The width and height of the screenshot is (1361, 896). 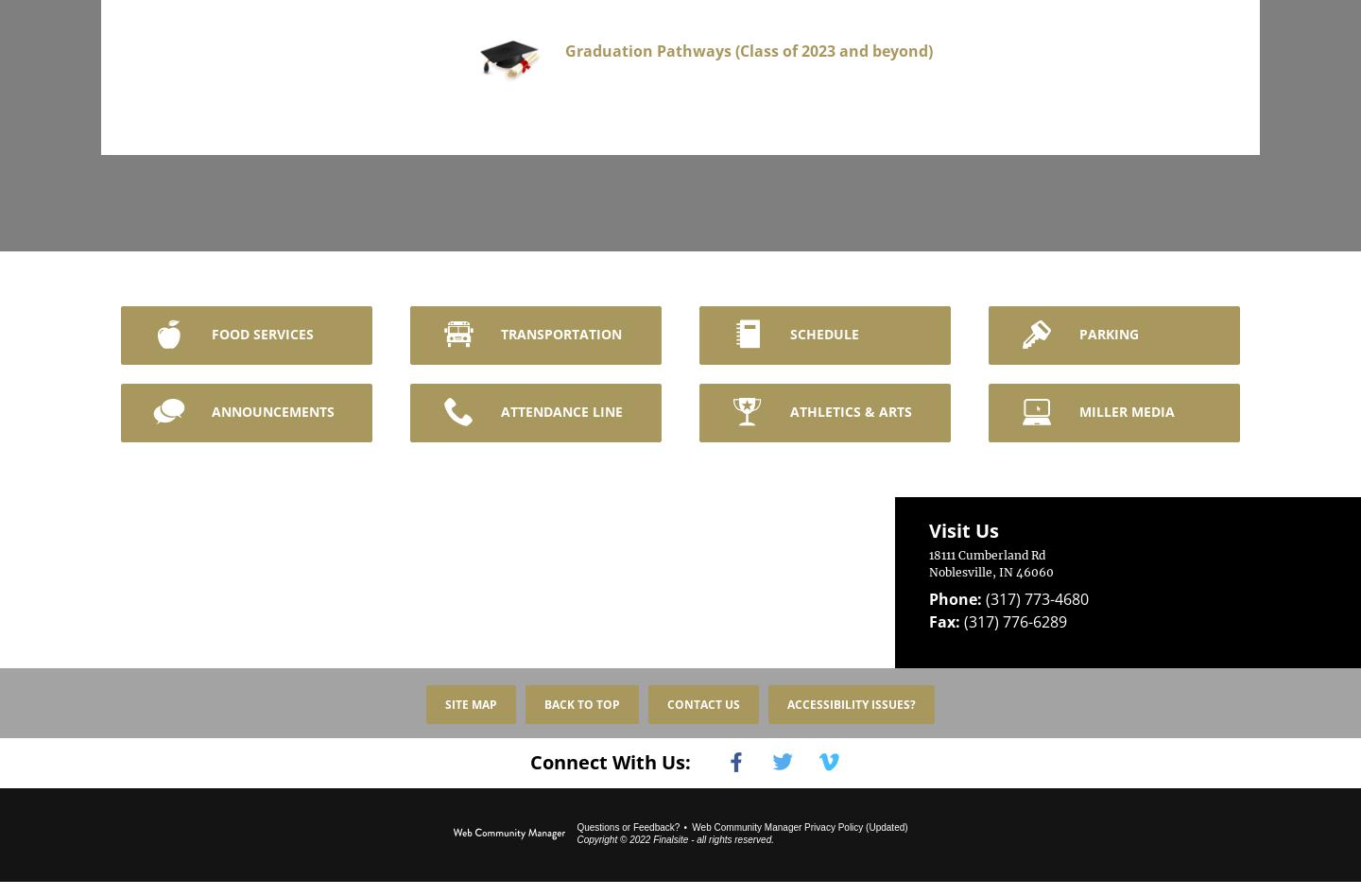 What do you see at coordinates (1035, 586) in the screenshot?
I see `'(317) 773-4680'` at bounding box center [1035, 586].